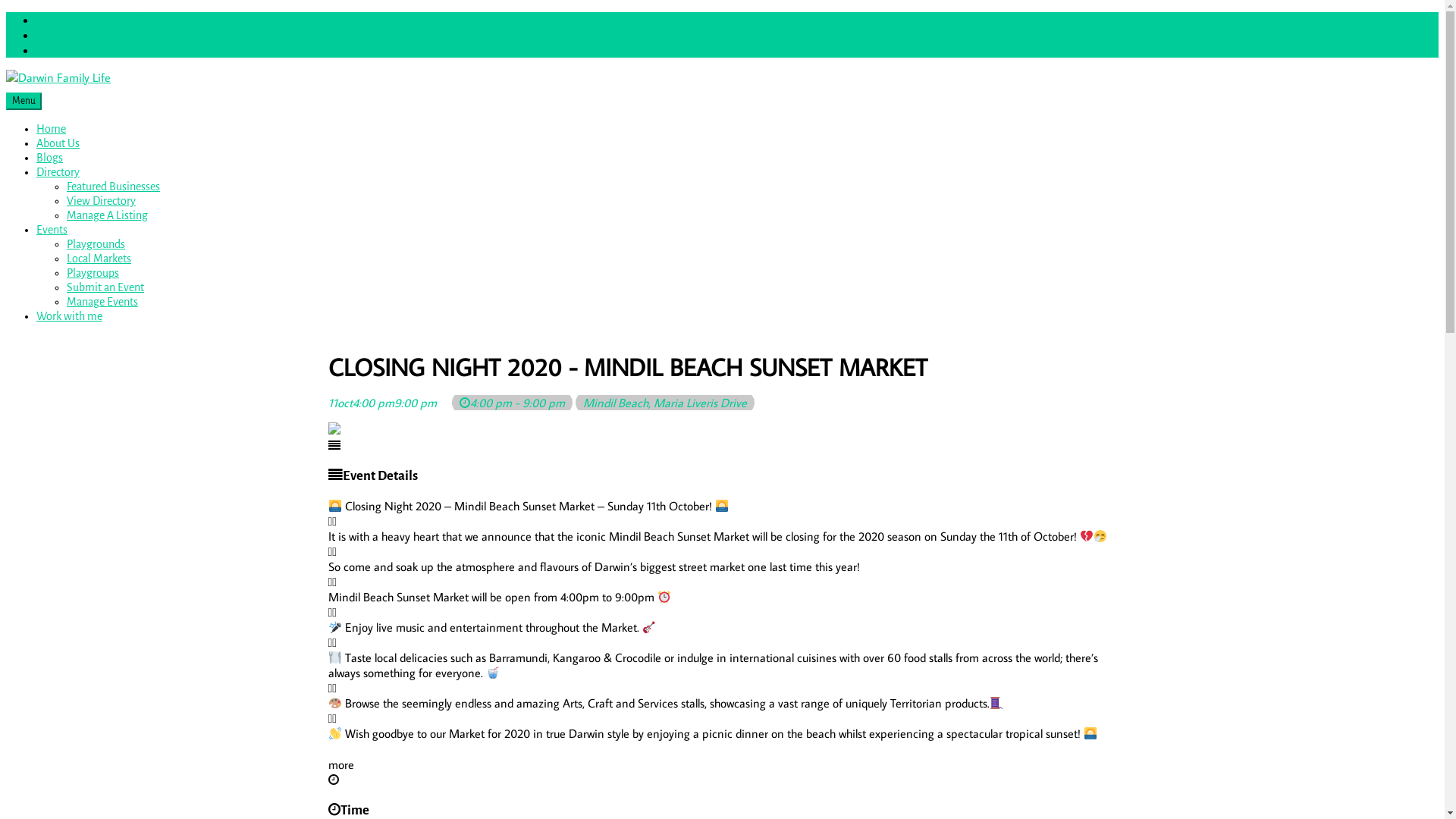 The width and height of the screenshot is (1456, 819). What do you see at coordinates (36, 315) in the screenshot?
I see `'Work with me'` at bounding box center [36, 315].